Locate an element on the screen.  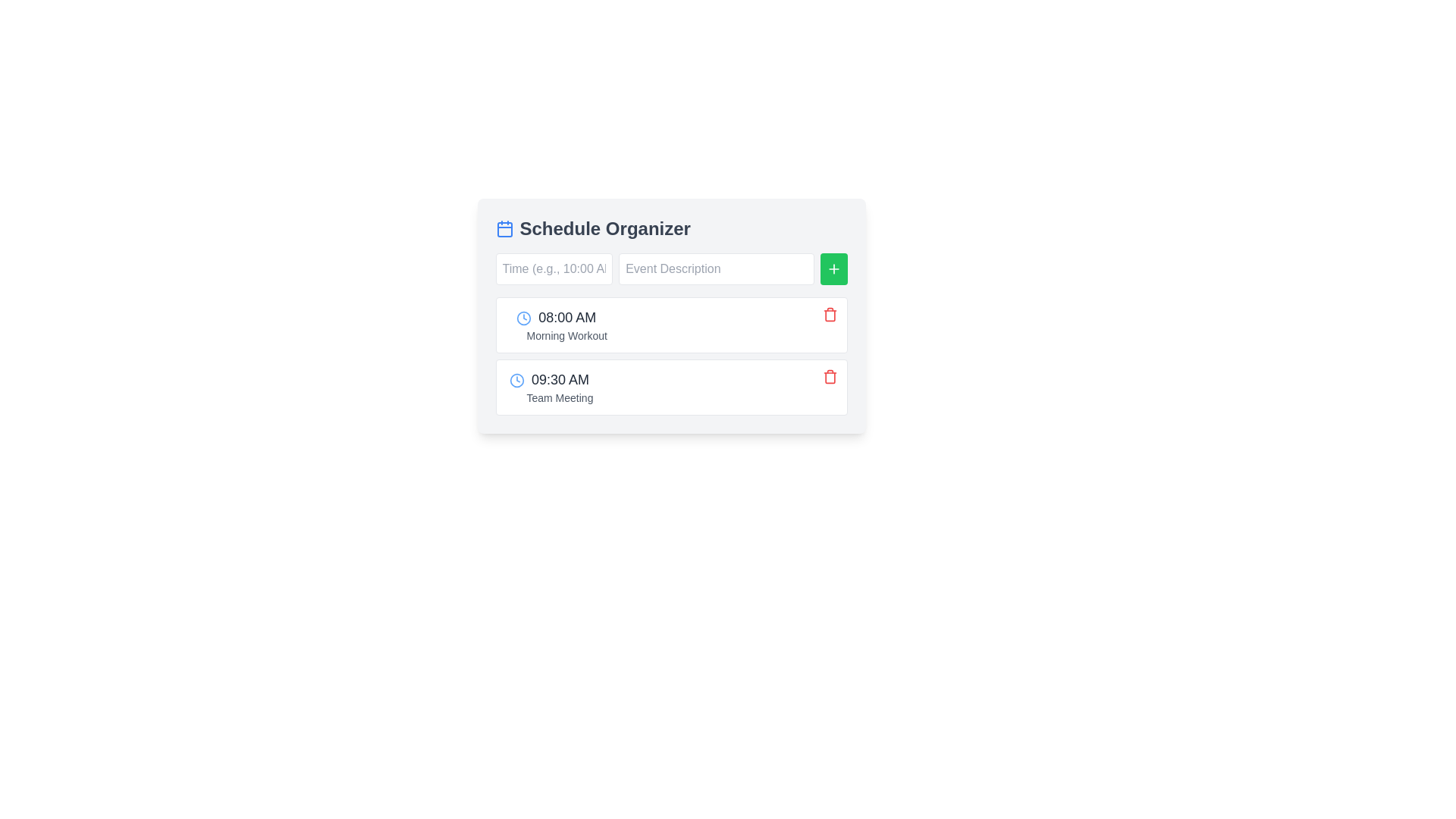
text content of the descriptive label located below the time label '08:00 AM' in the first event entry of the schedule organizer is located at coordinates (566, 335).